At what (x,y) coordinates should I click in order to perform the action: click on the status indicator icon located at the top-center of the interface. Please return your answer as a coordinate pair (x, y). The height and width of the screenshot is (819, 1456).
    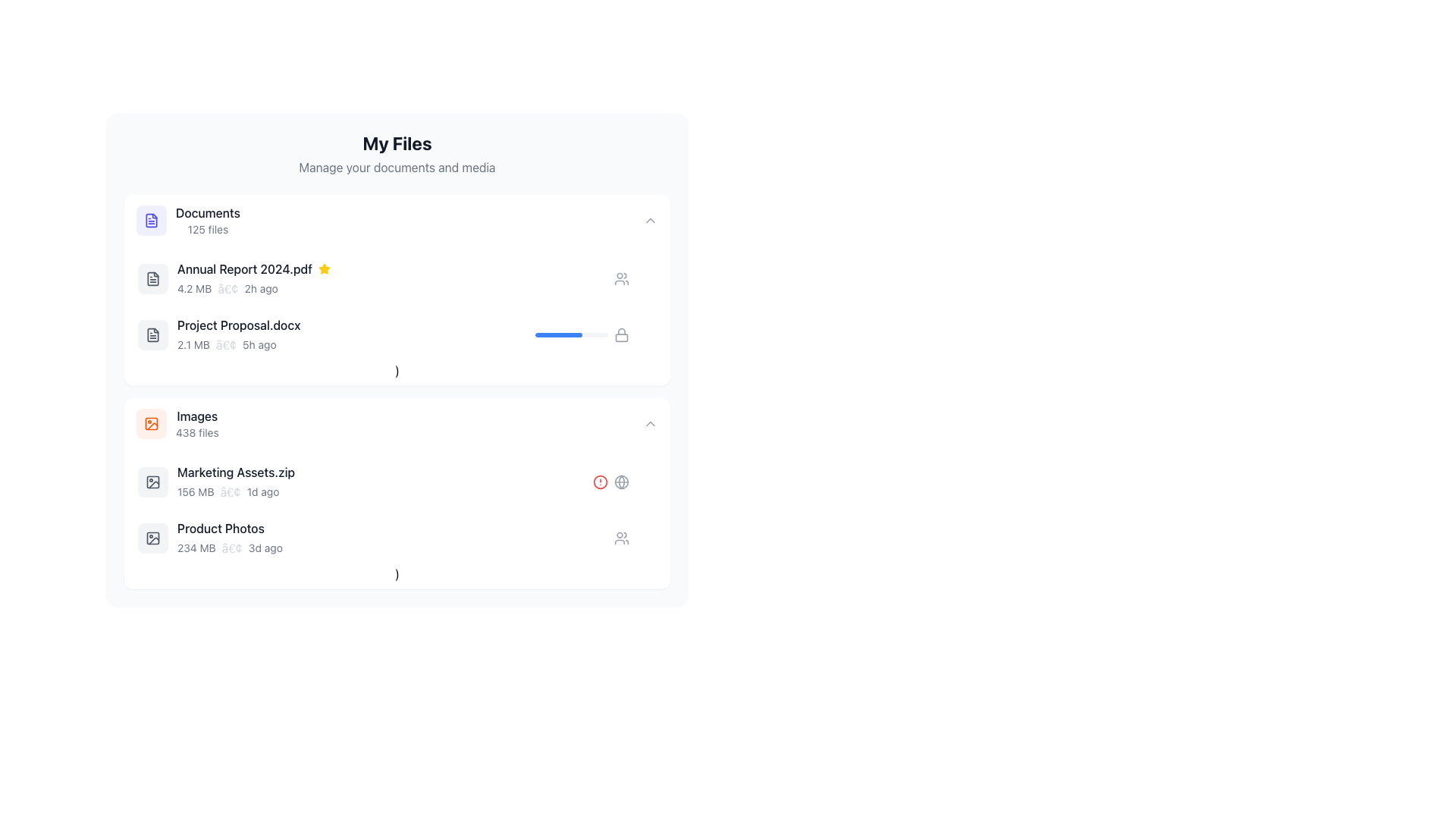
    Looking at the image, I should click on (323, 268).